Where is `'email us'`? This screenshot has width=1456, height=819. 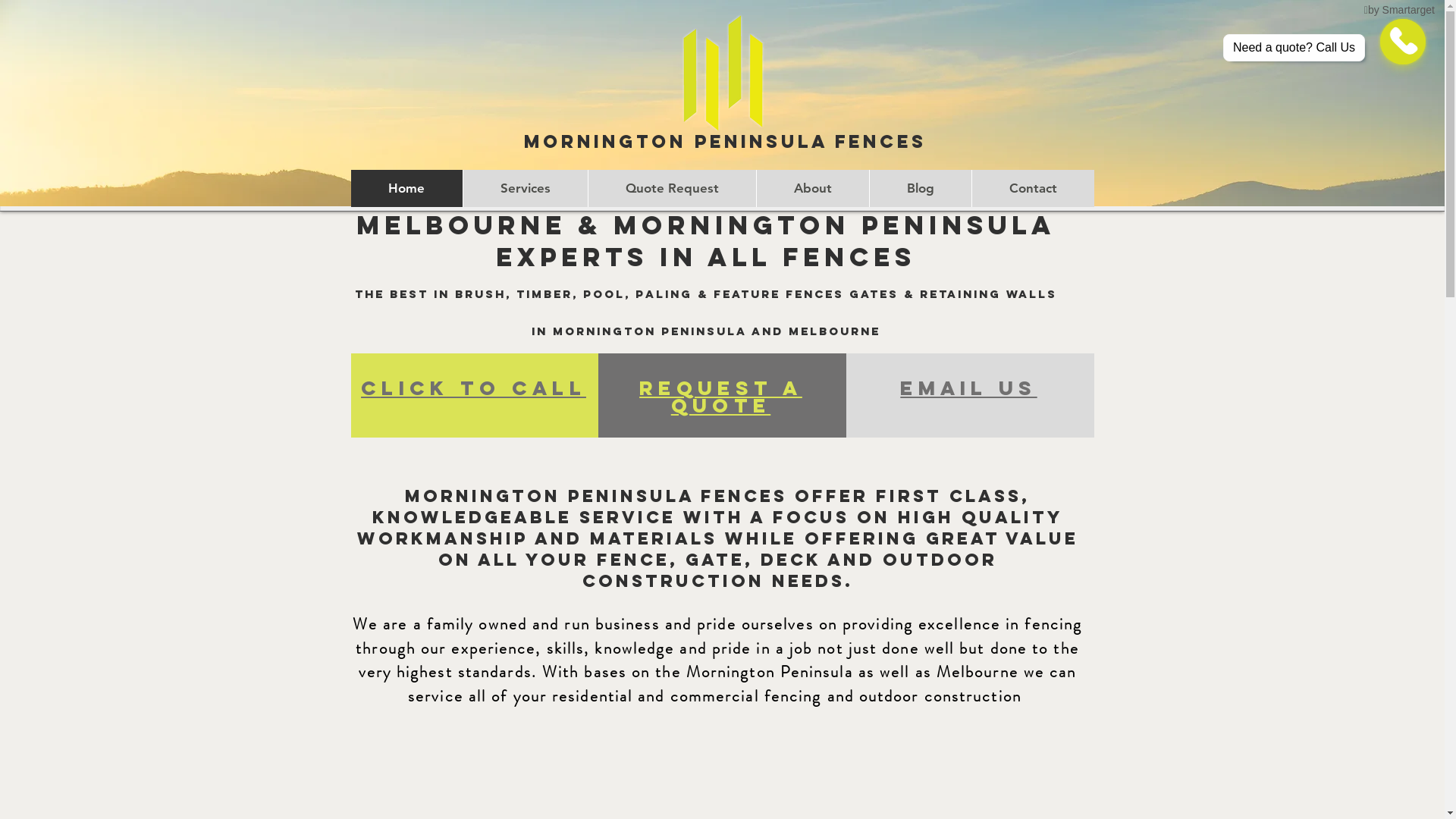 'email us' is located at coordinates (967, 387).